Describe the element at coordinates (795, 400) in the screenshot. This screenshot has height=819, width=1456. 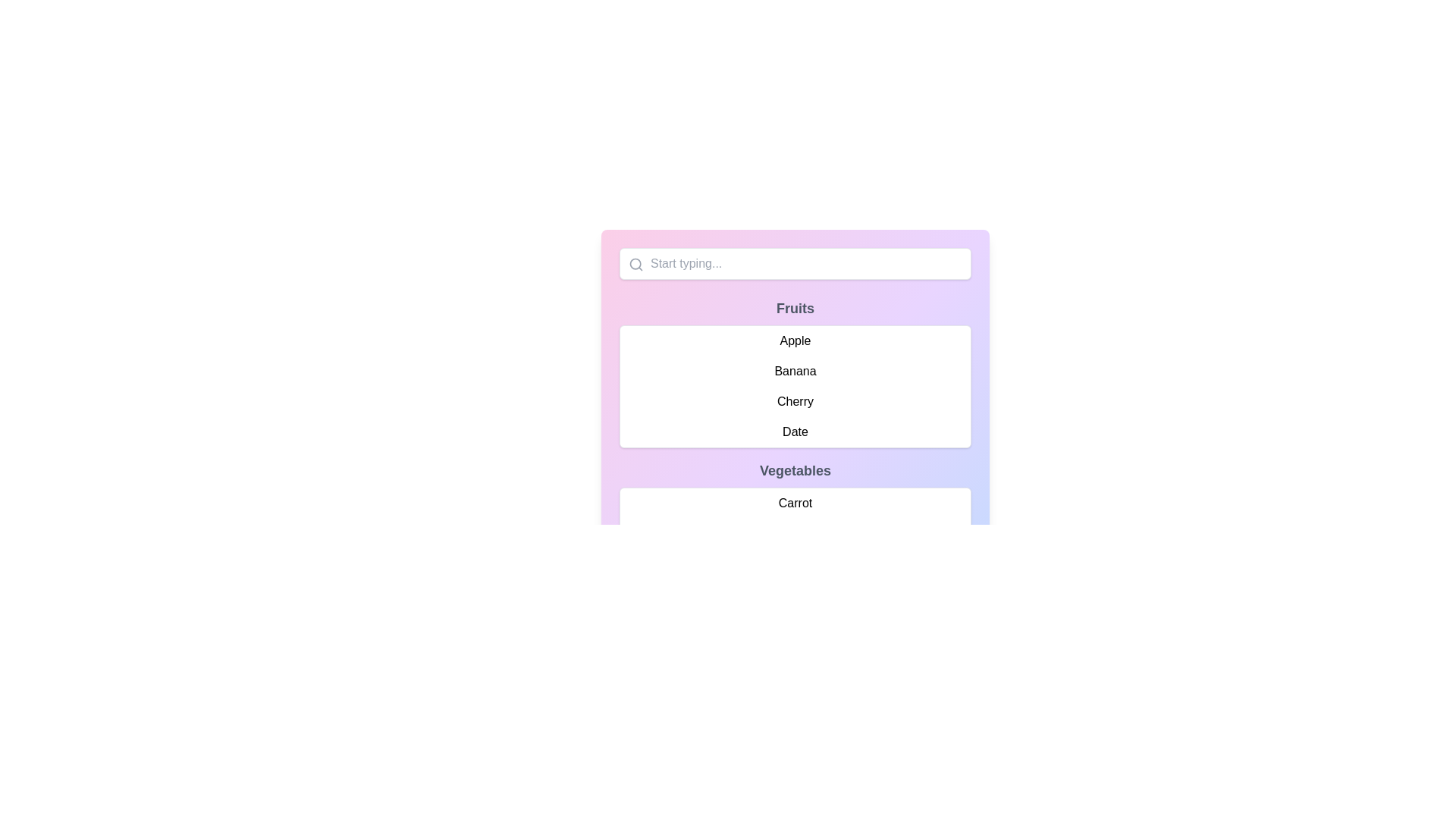
I see `to select the 'Cherry' menu item, which is the third item in a vertical list of fruits labeled 'Apple', 'Banana', 'Cherry', and 'Date'` at that location.